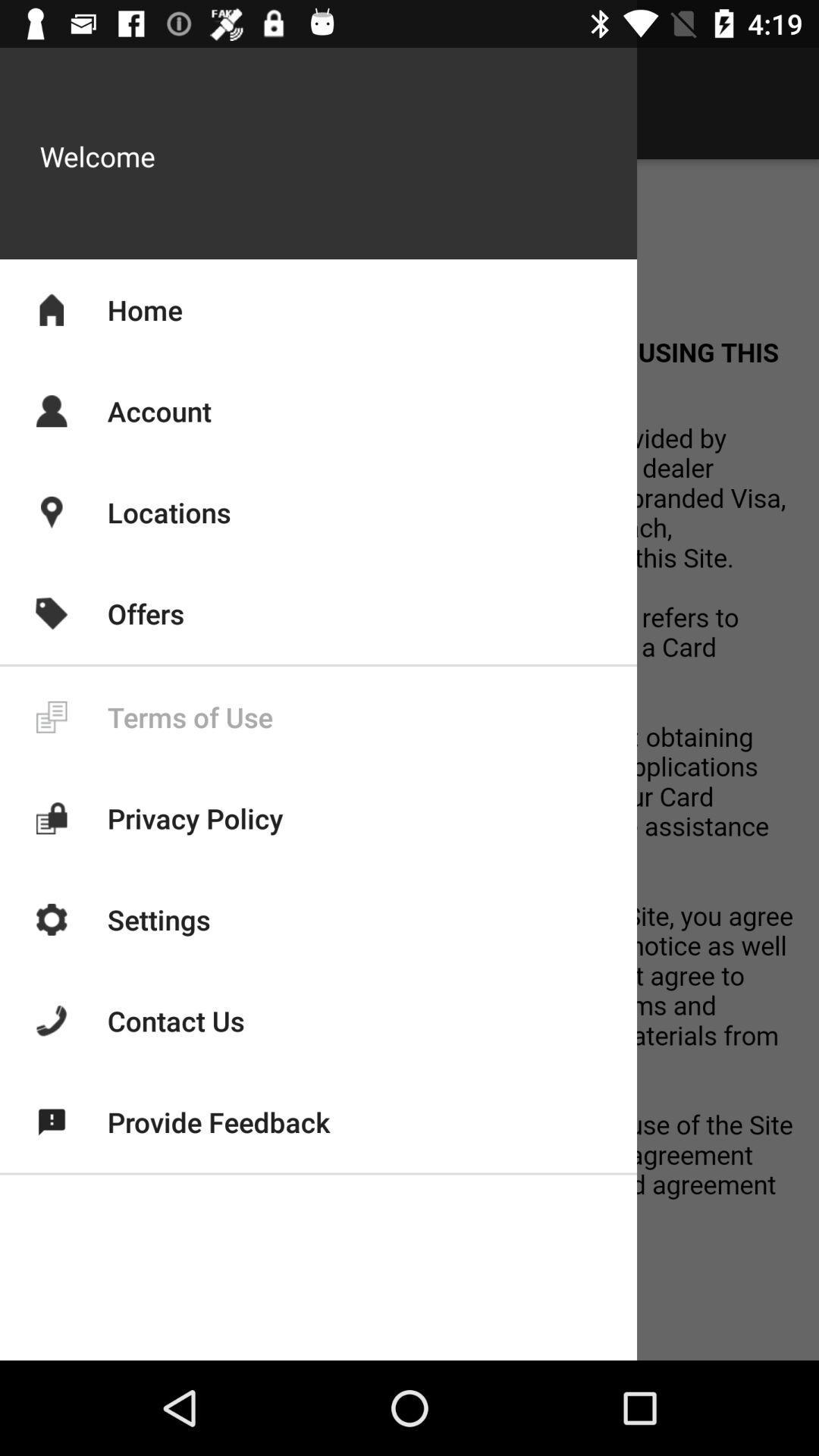 This screenshot has width=819, height=1456. Describe the element at coordinates (51, 411) in the screenshot. I see `the profile icon which is left to the account` at that location.